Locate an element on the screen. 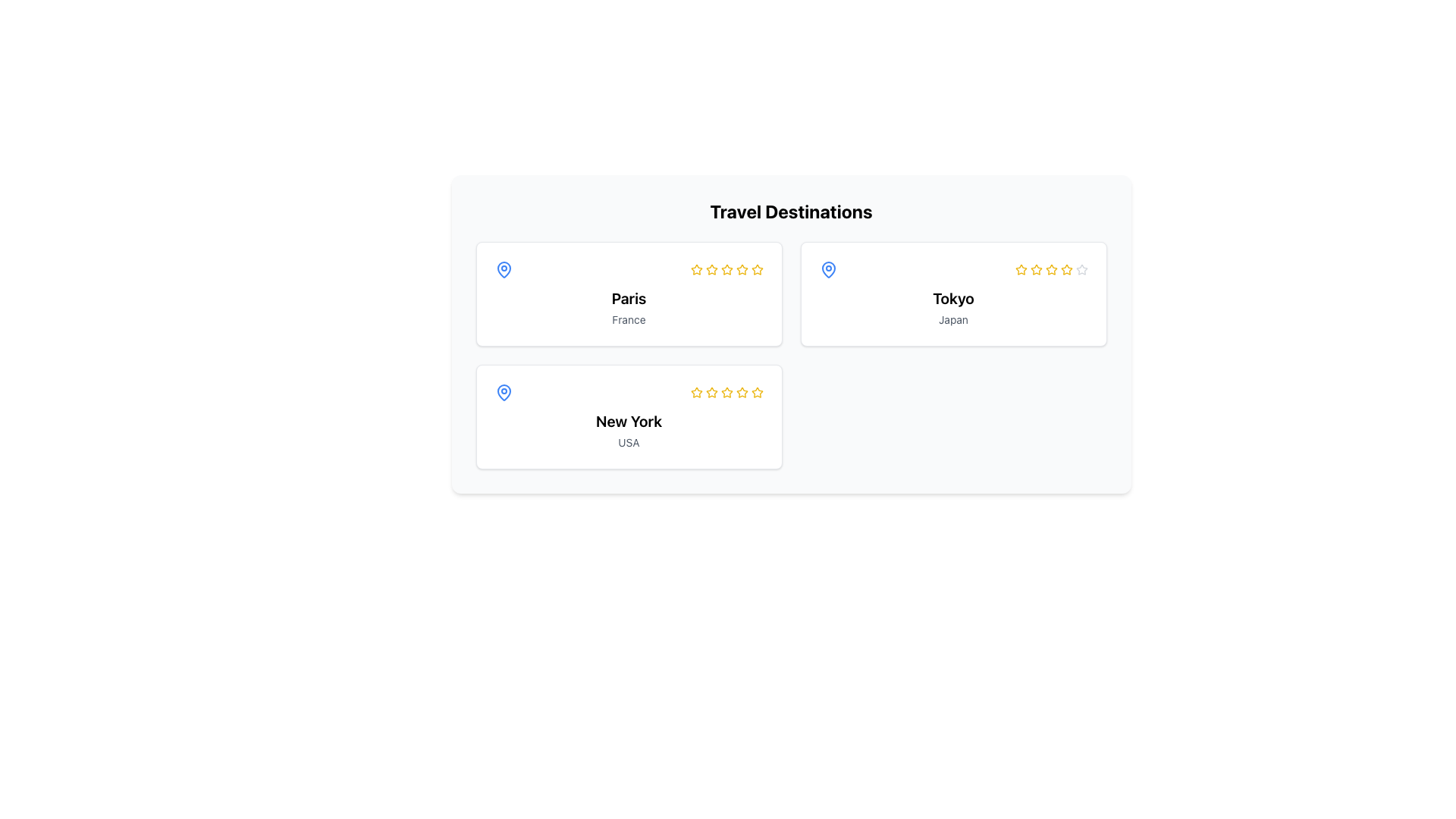 The height and width of the screenshot is (819, 1456). the third star in the five-star rating system to rate it is located at coordinates (1050, 268).